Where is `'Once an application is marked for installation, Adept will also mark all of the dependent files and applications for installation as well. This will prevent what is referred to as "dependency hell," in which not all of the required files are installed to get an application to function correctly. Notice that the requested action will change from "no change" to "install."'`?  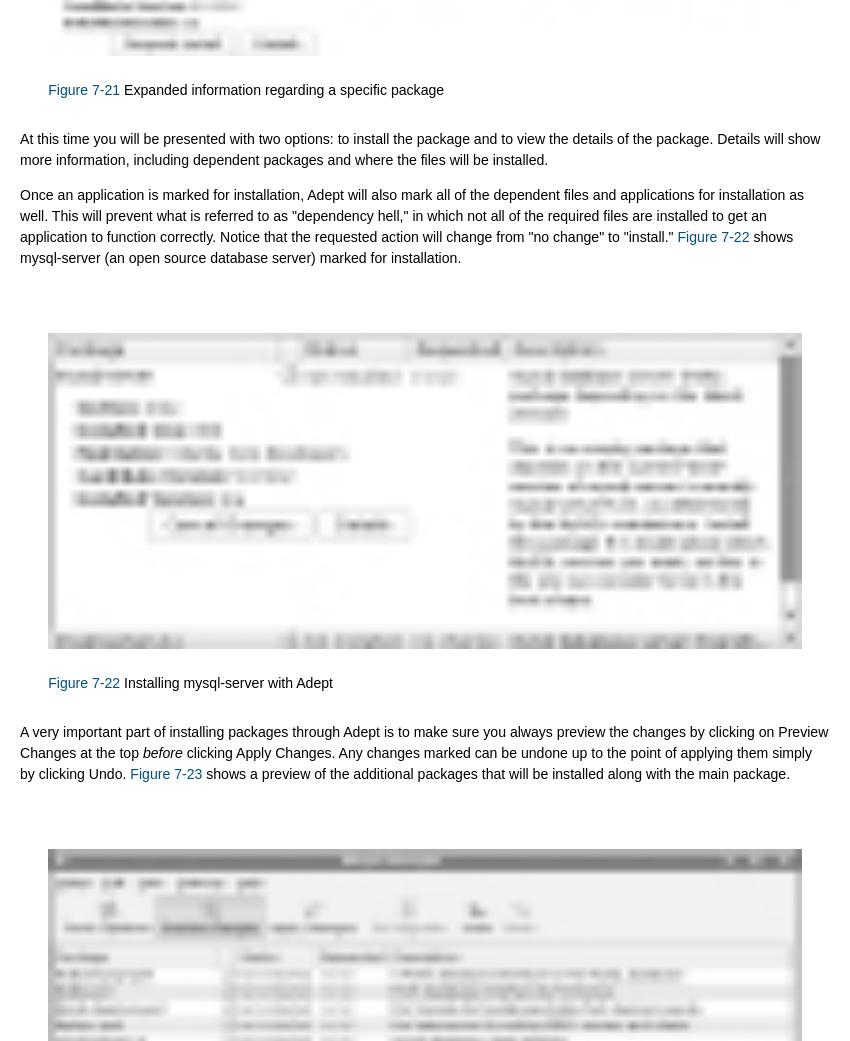 'Once an application is marked for installation, Adept will also mark all of the dependent files and applications for installation as well. This will prevent what is referred to as "dependency hell," in which not all of the required files are installed to get an application to function correctly. Notice that the requested action will change from "no change" to "install."' is located at coordinates (411, 215).